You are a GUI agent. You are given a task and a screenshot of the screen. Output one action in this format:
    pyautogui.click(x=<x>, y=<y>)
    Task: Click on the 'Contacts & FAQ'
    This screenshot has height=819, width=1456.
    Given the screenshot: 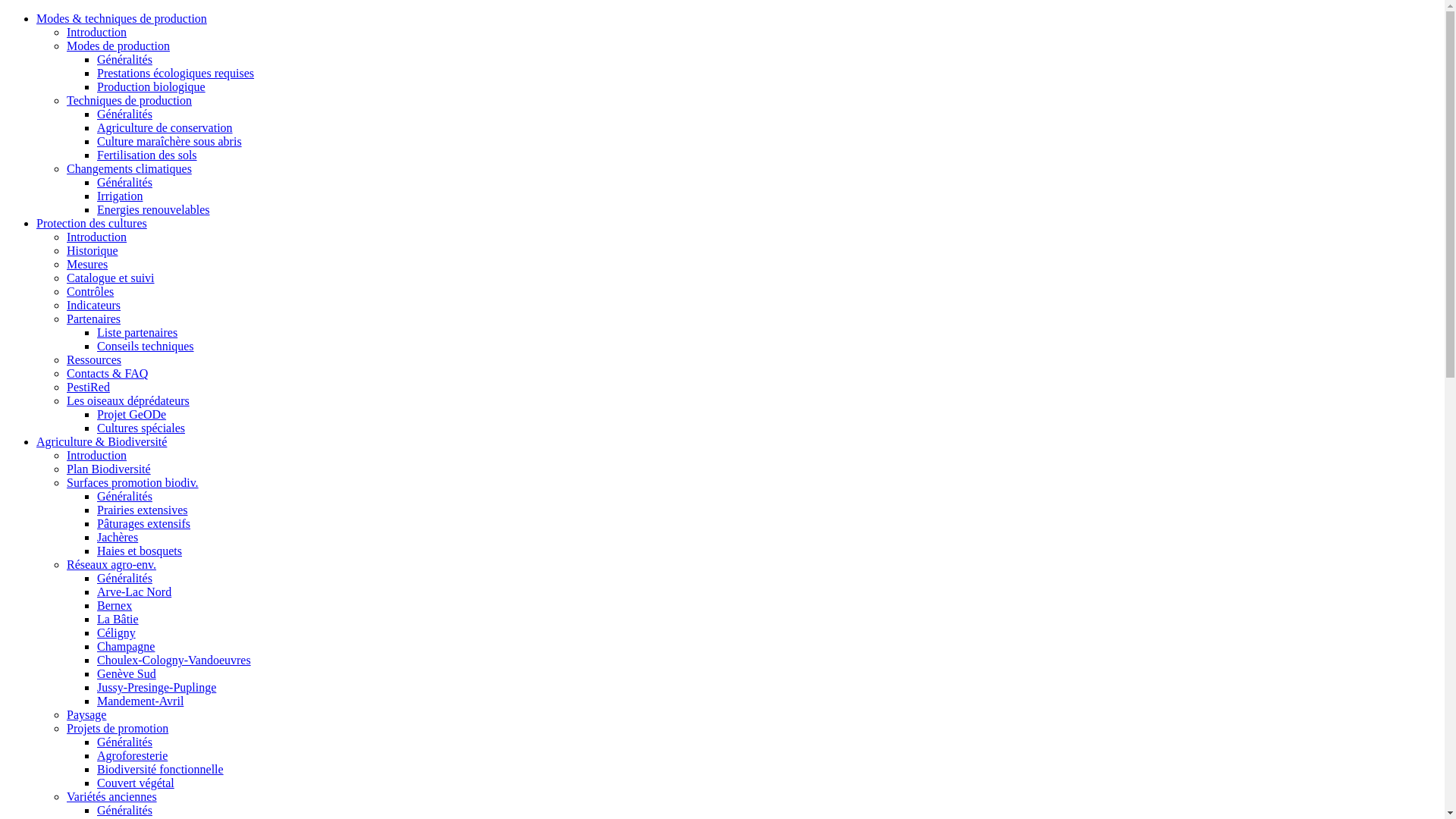 What is the action you would take?
    pyautogui.click(x=65, y=373)
    